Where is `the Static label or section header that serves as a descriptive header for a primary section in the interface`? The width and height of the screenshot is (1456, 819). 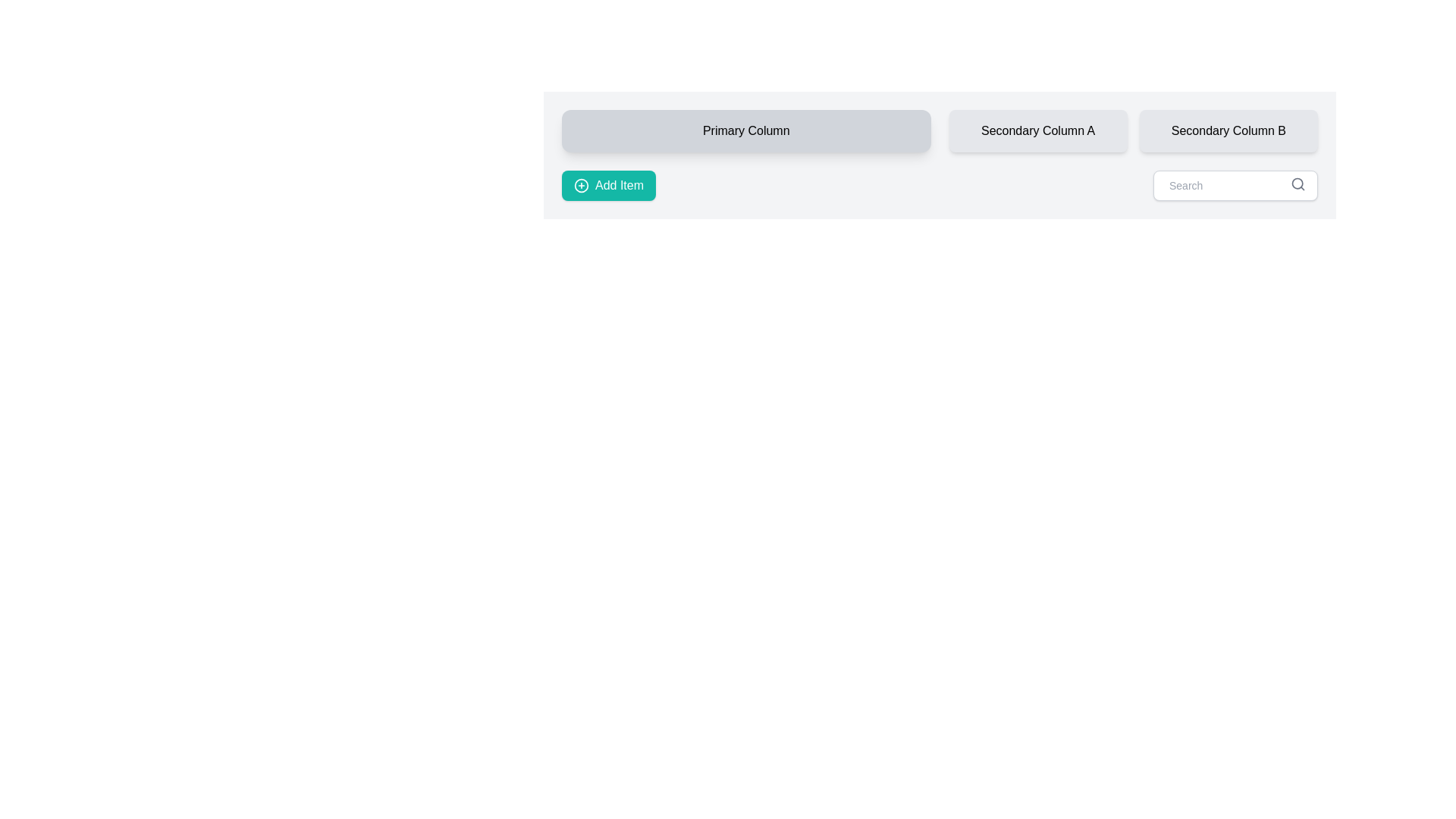 the Static label or section header that serves as a descriptive header for a primary section in the interface is located at coordinates (746, 130).